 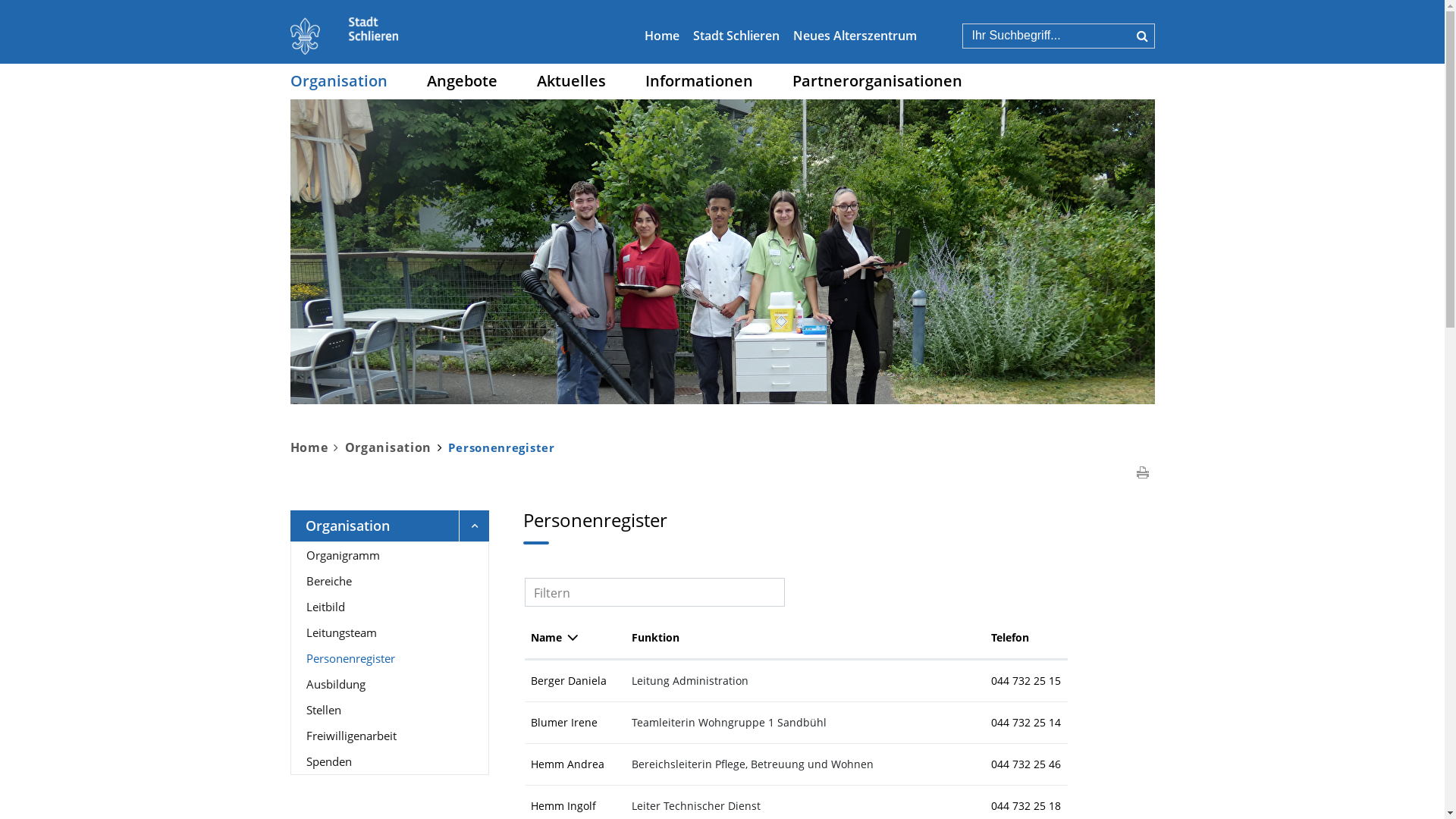 I want to click on 'Organigramm', so click(x=390, y=555).